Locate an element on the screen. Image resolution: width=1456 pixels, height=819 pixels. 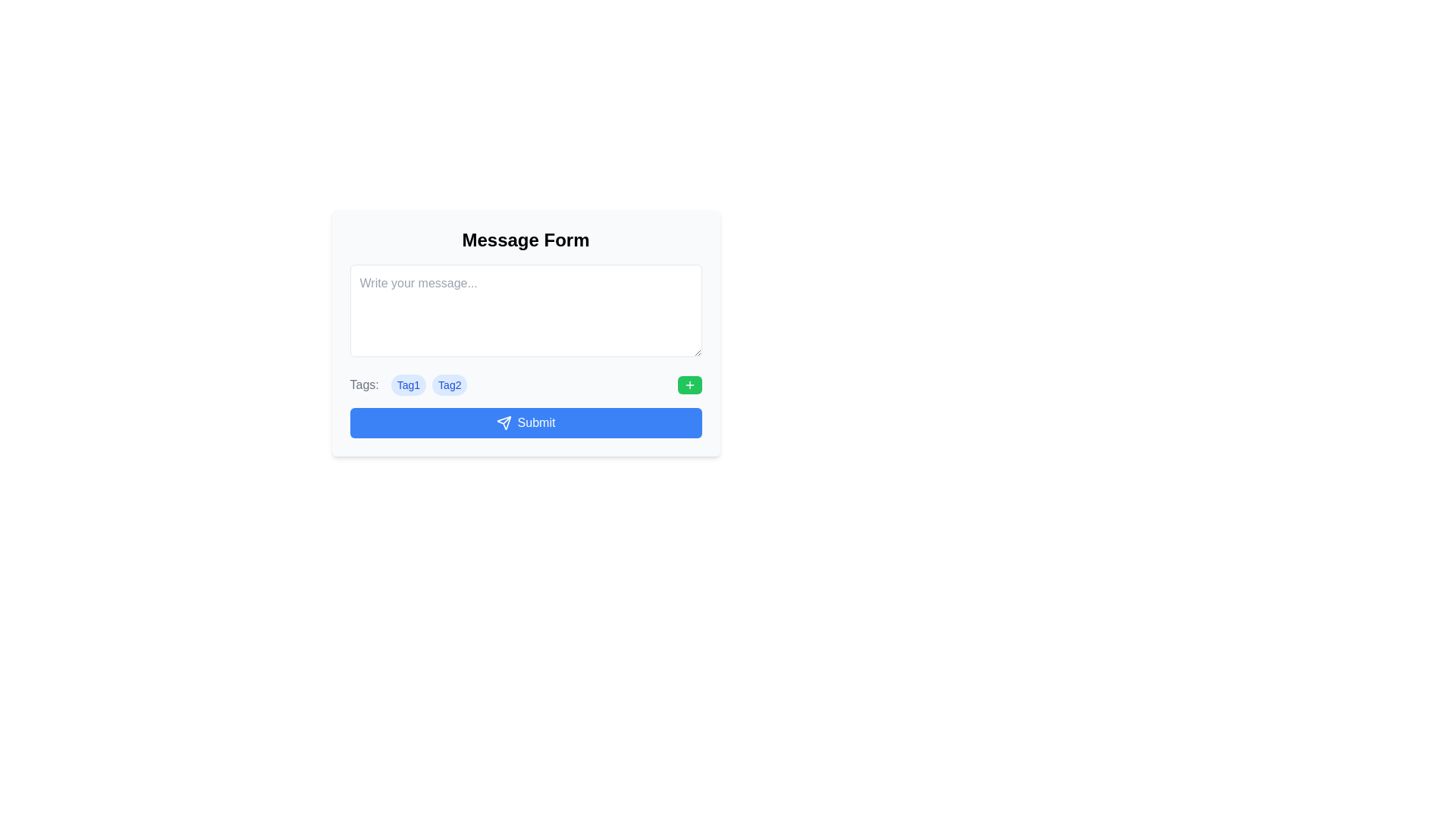
the first badge labeled 'Tag1' in the form, which is a small rounded badge with a light blue background and bold blue text, located below the 'Tags:' text field is located at coordinates (408, 384).